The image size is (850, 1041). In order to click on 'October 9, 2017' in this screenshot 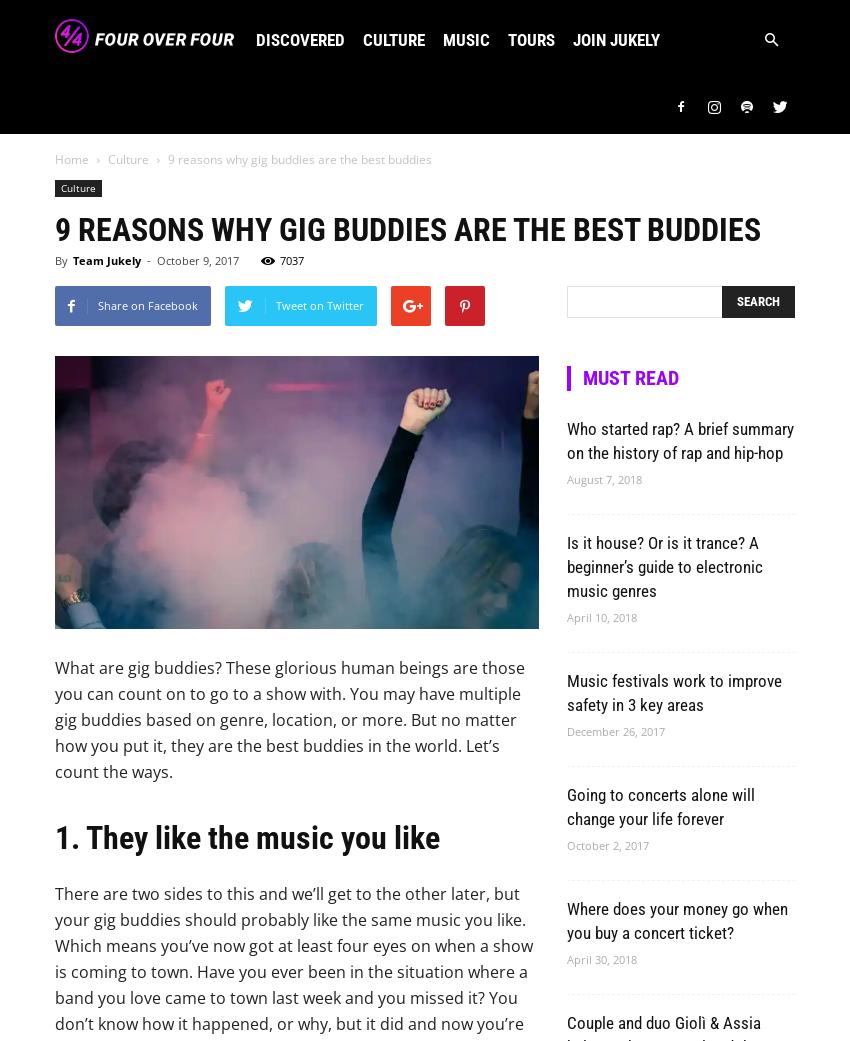, I will do `click(196, 259)`.